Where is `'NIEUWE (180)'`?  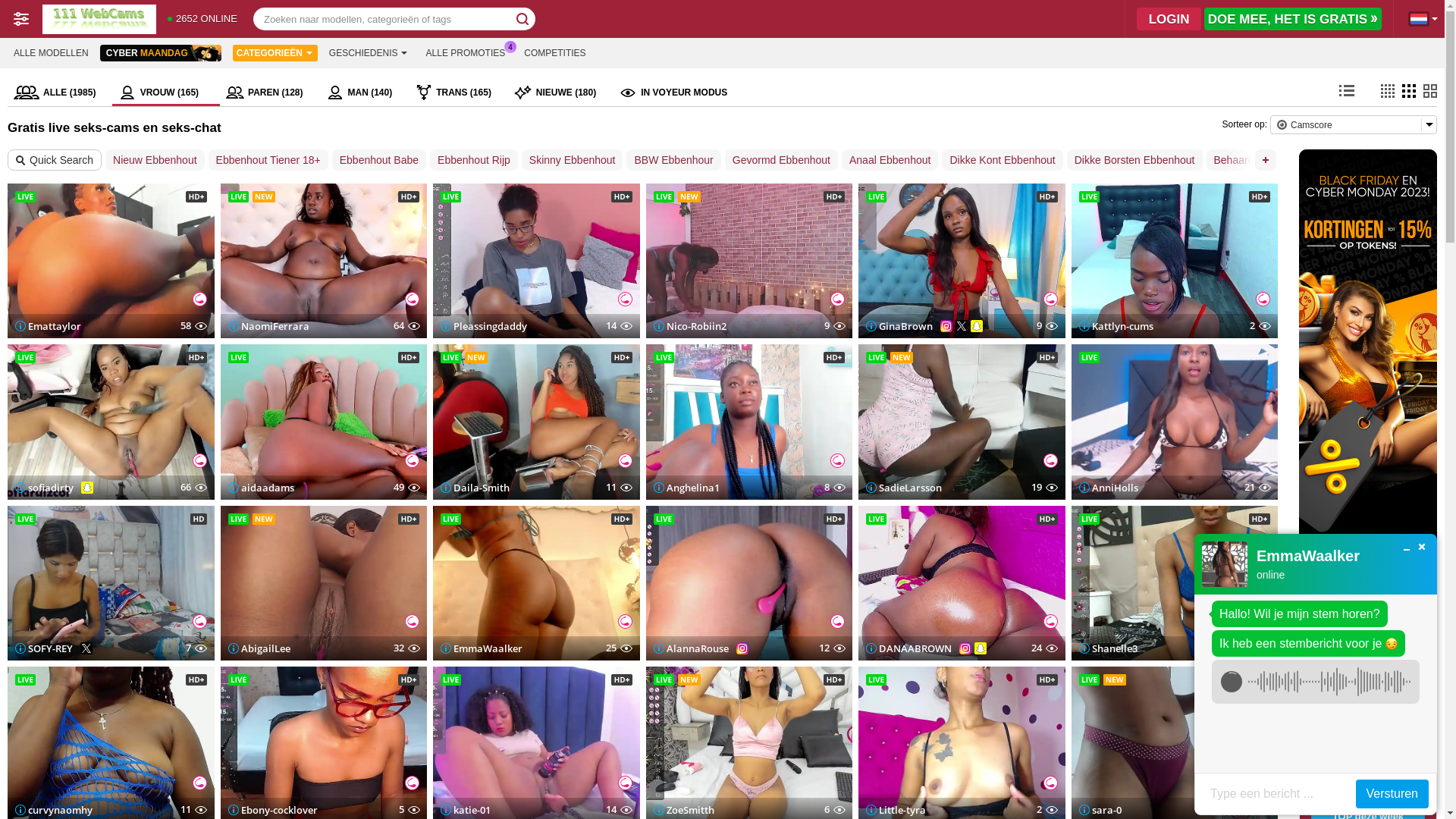
'NIEUWE (180)' is located at coordinates (560, 93).